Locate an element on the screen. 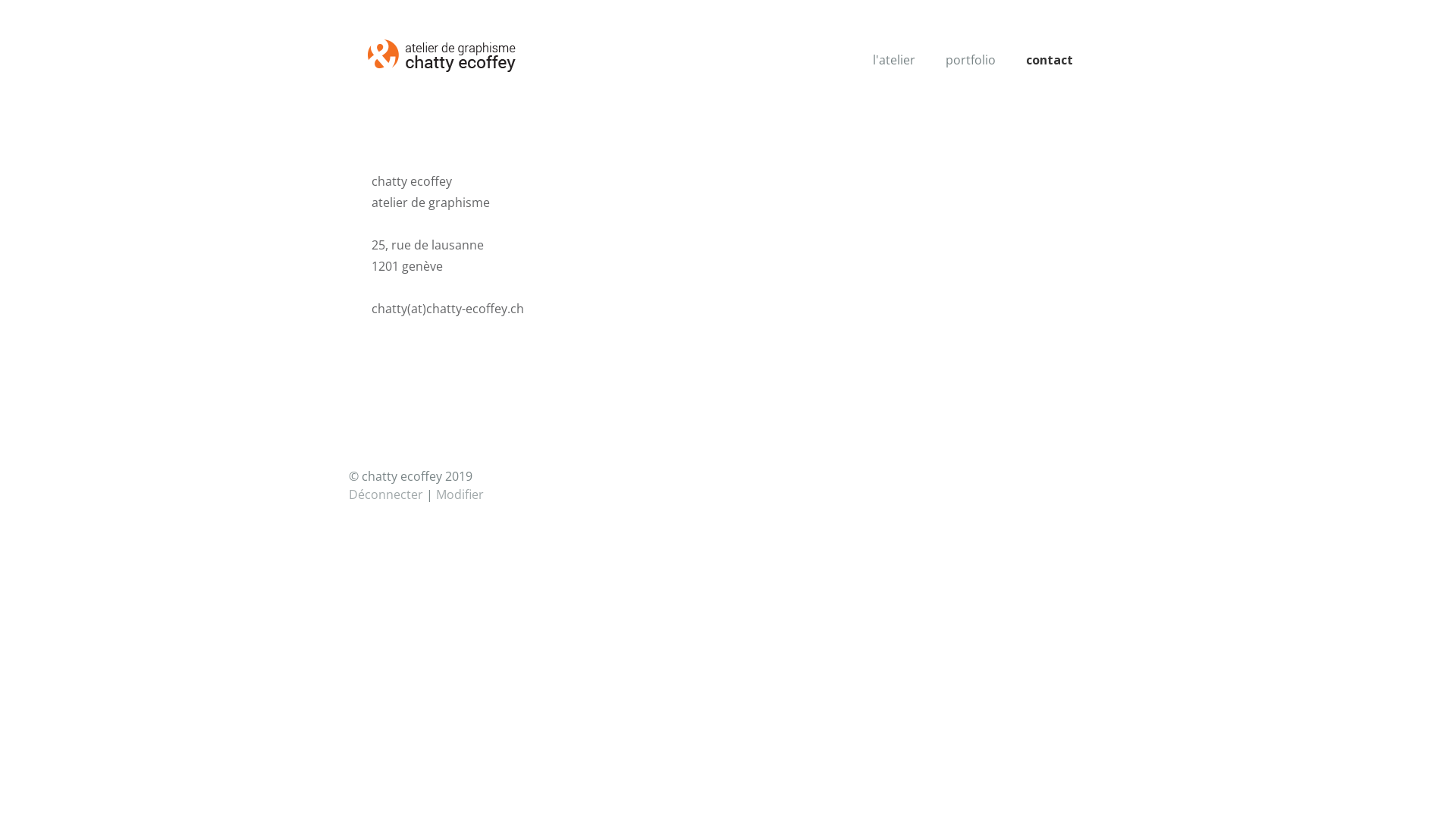 This screenshot has height=819, width=1456. 'Modifier' is located at coordinates (459, 494).